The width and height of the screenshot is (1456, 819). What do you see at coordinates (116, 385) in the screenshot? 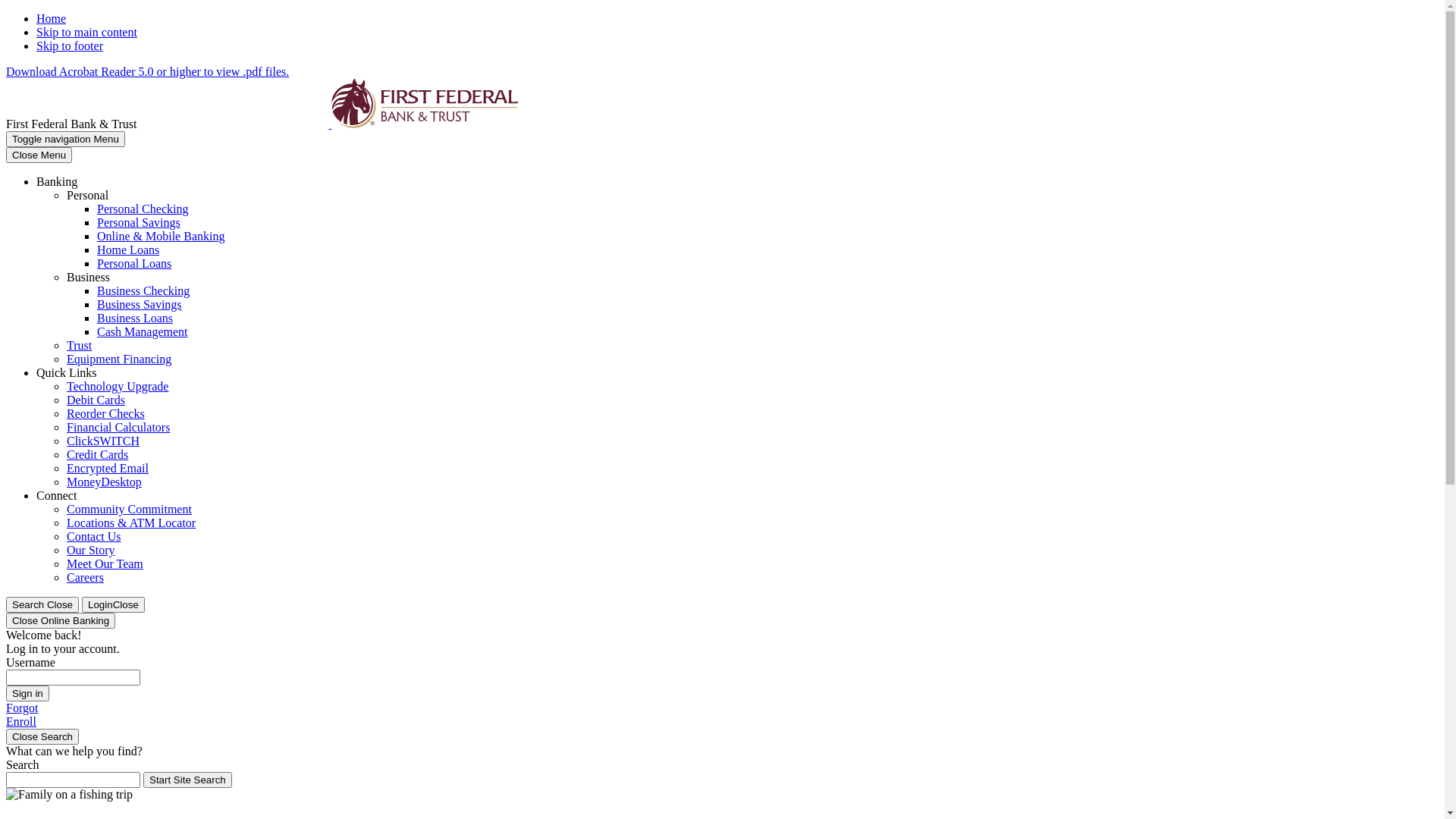
I see `'Technology Upgrade'` at bounding box center [116, 385].